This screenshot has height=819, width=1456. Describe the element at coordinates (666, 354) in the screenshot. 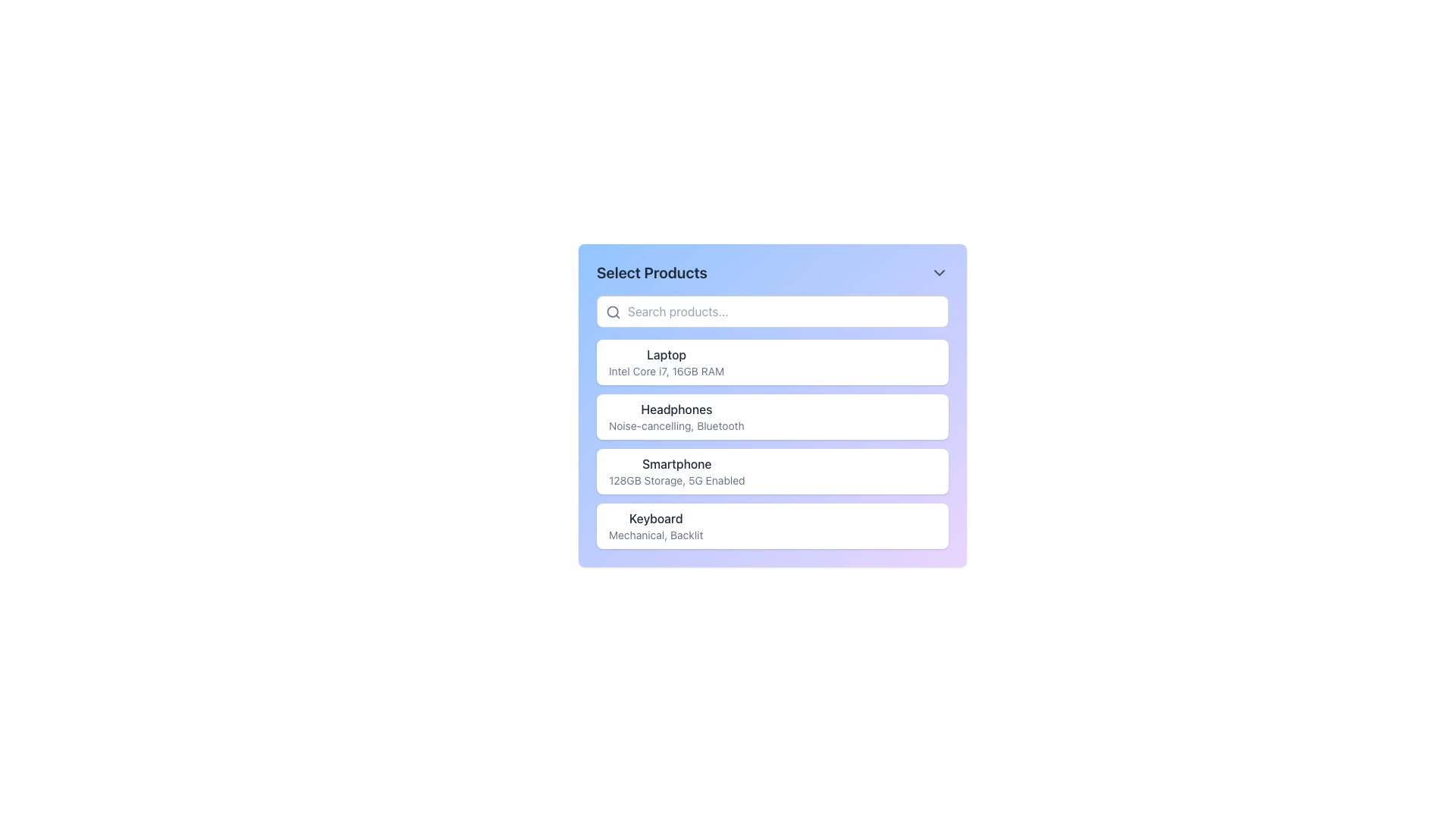

I see `the text label displaying 'Laptop', which is styled in bold medium gray and located in the second row of a dropdown-style menu` at that location.